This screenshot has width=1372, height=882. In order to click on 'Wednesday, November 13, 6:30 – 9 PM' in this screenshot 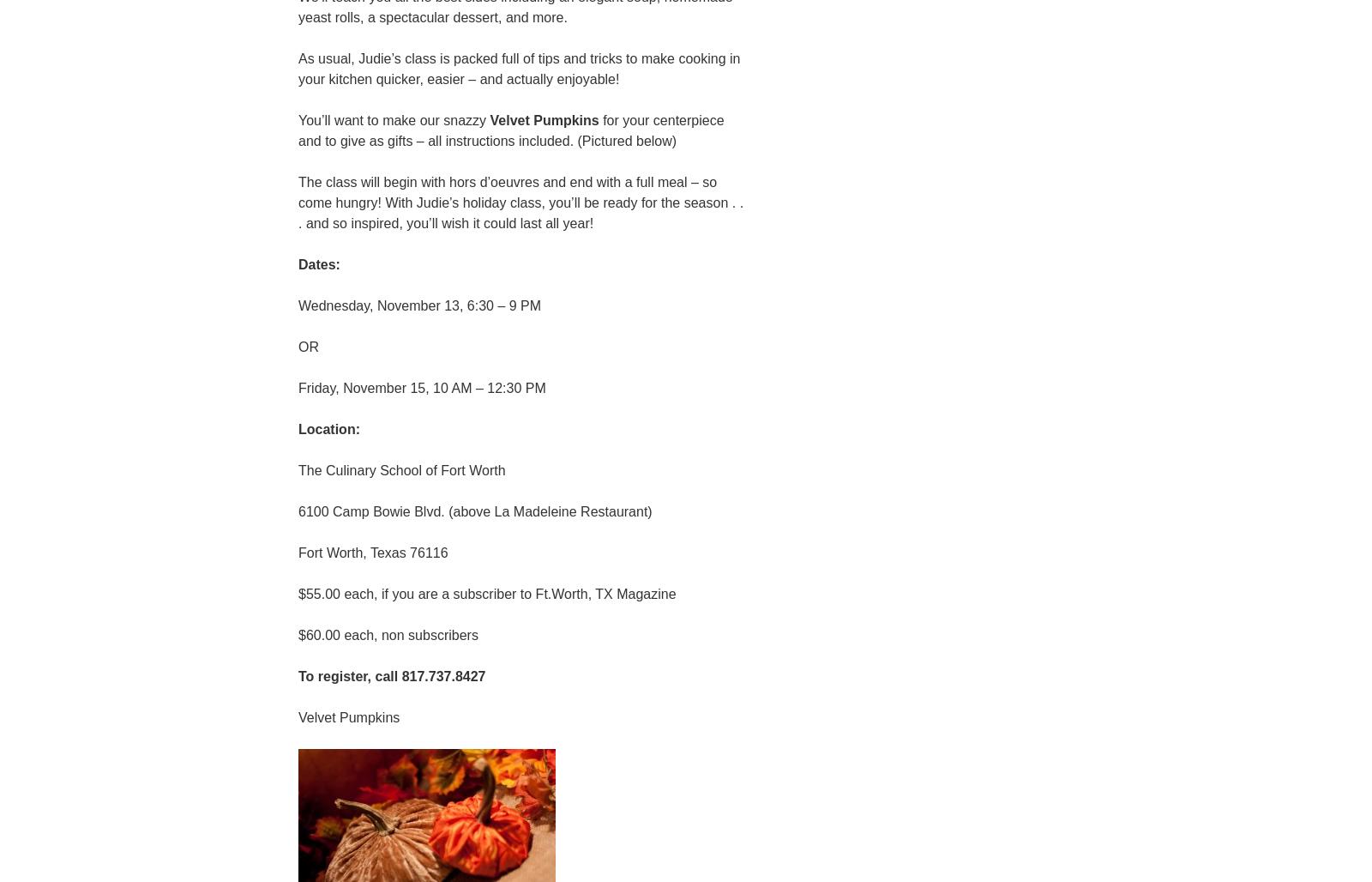, I will do `click(418, 304)`.